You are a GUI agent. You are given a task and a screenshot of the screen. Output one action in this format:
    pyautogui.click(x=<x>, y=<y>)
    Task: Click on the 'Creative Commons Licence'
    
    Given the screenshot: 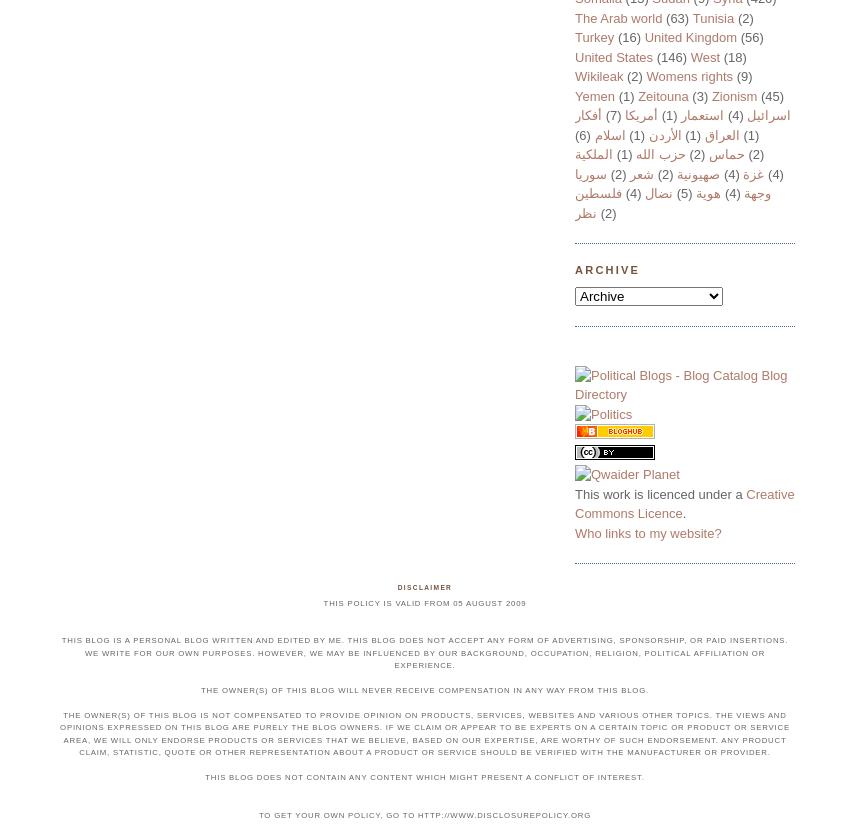 What is the action you would take?
    pyautogui.click(x=683, y=503)
    